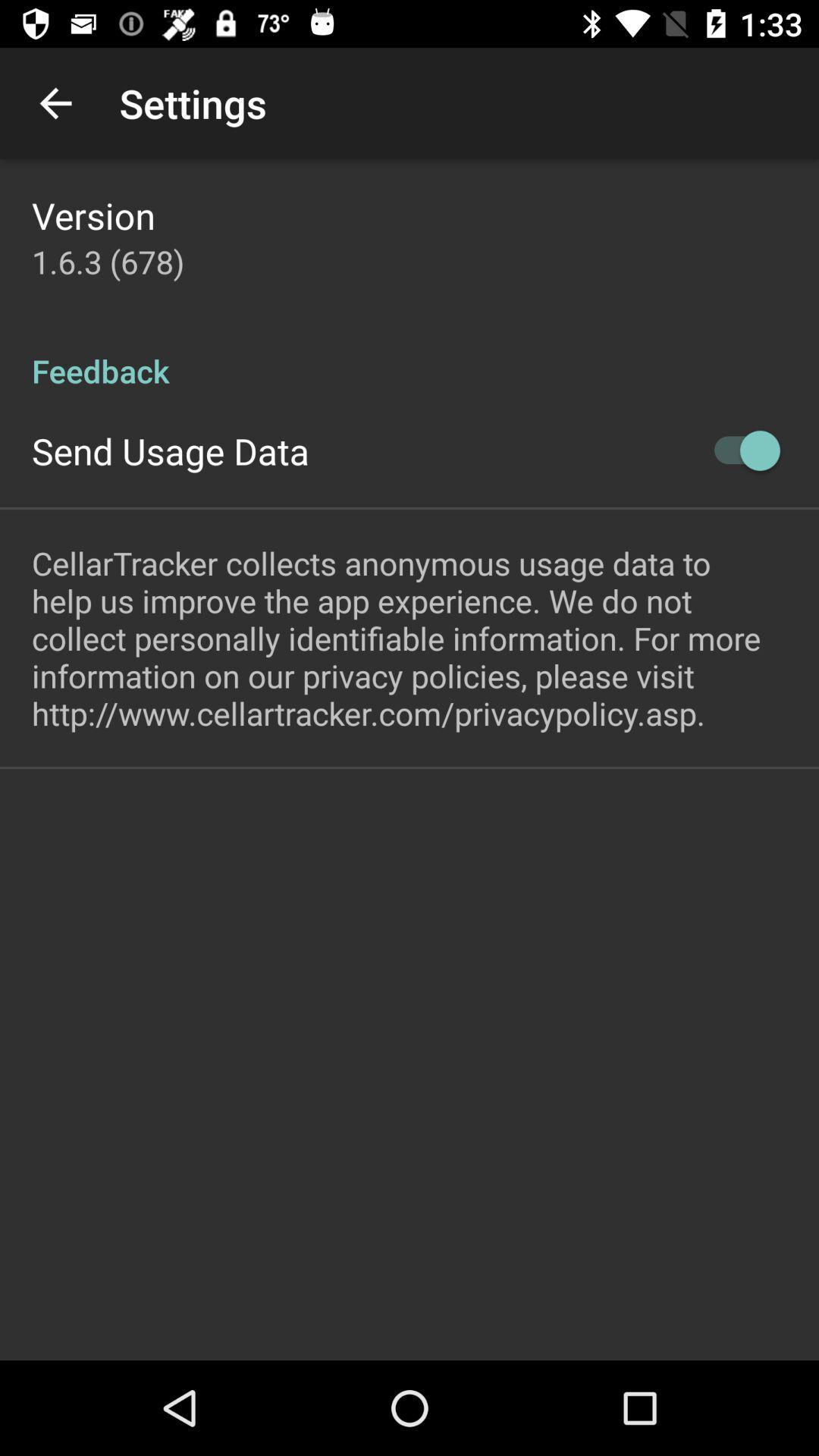  What do you see at coordinates (739, 450) in the screenshot?
I see `icon next to the send usage data app` at bounding box center [739, 450].